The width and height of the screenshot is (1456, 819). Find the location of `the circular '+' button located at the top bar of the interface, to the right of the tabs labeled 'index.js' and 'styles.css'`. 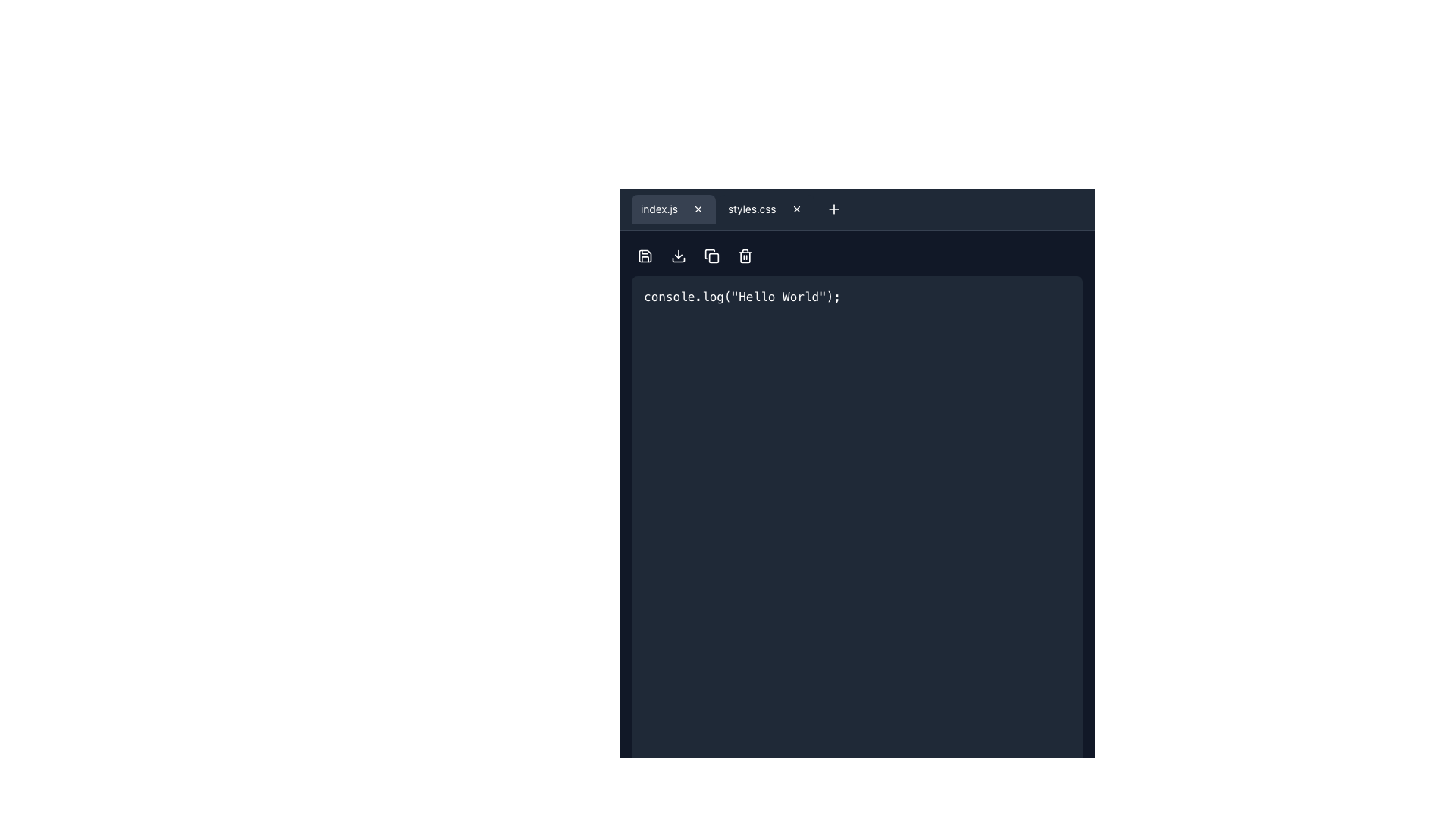

the circular '+' button located at the top bar of the interface, to the right of the tabs labeled 'index.js' and 'styles.css' is located at coordinates (833, 209).